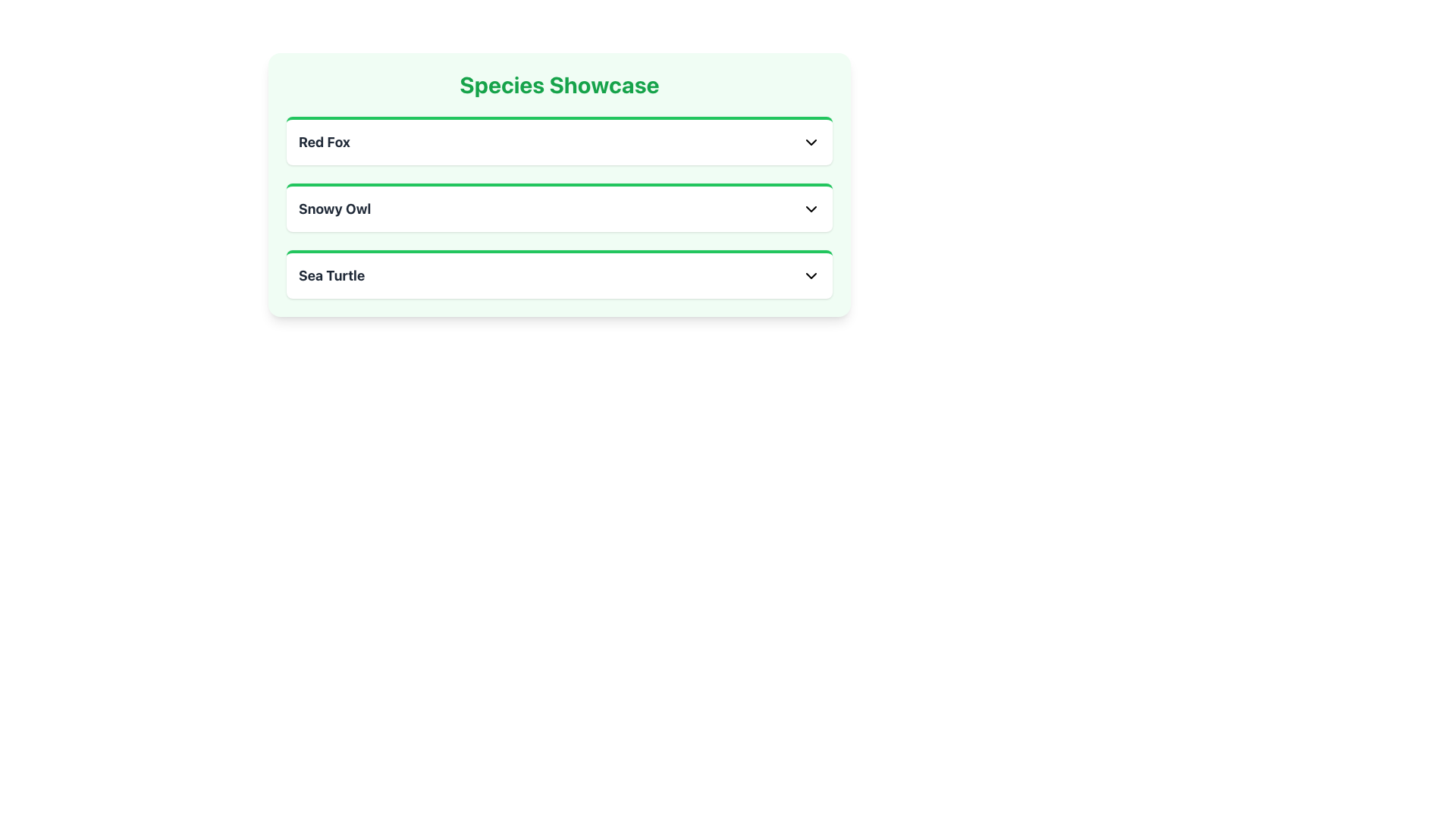 This screenshot has height=819, width=1456. I want to click on the Text Label that serves as a section title for the content below, positioned at the top of its card-like structure, so click(559, 84).